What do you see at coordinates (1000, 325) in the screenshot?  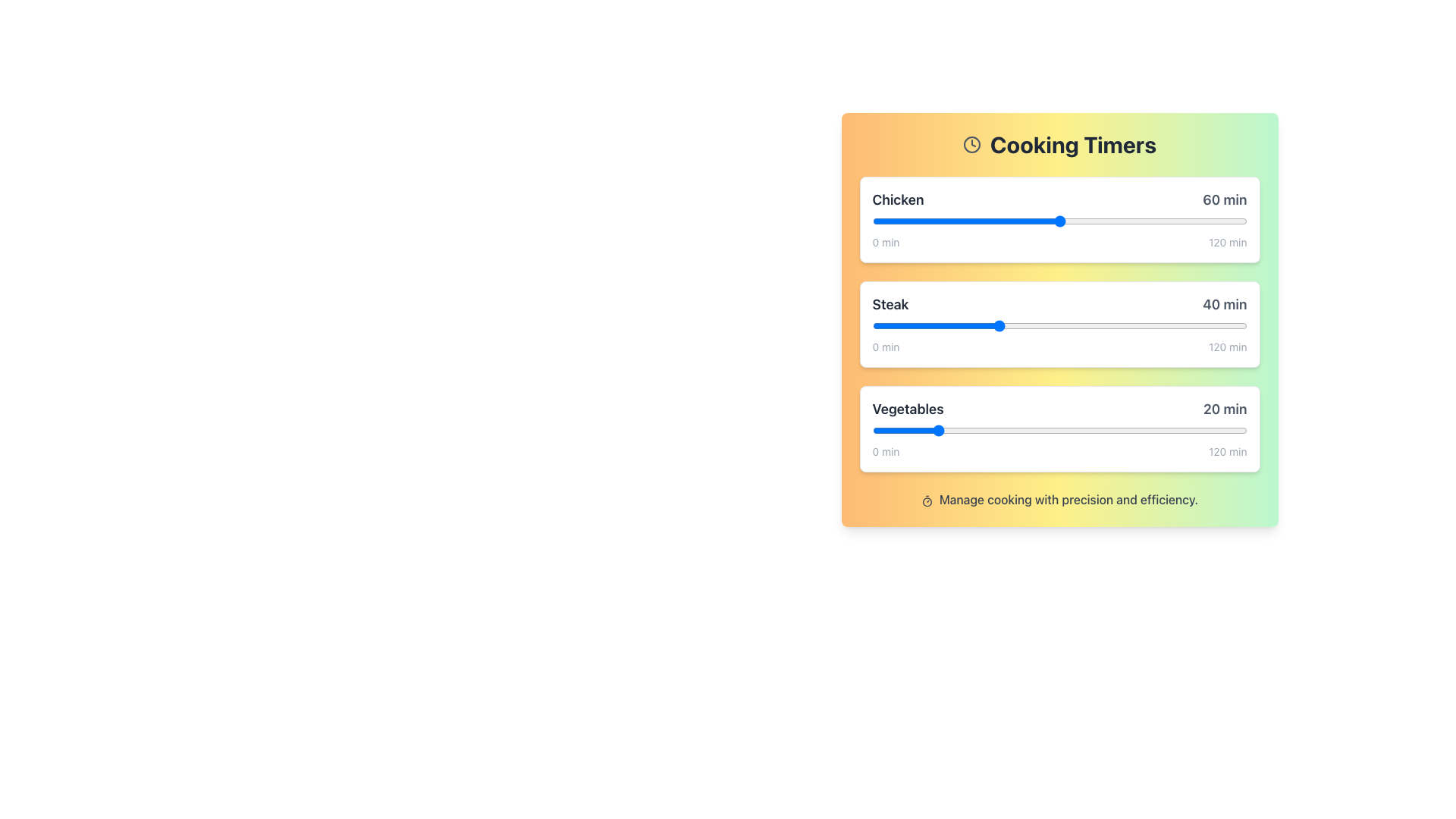 I see `cooking time for steak` at bounding box center [1000, 325].